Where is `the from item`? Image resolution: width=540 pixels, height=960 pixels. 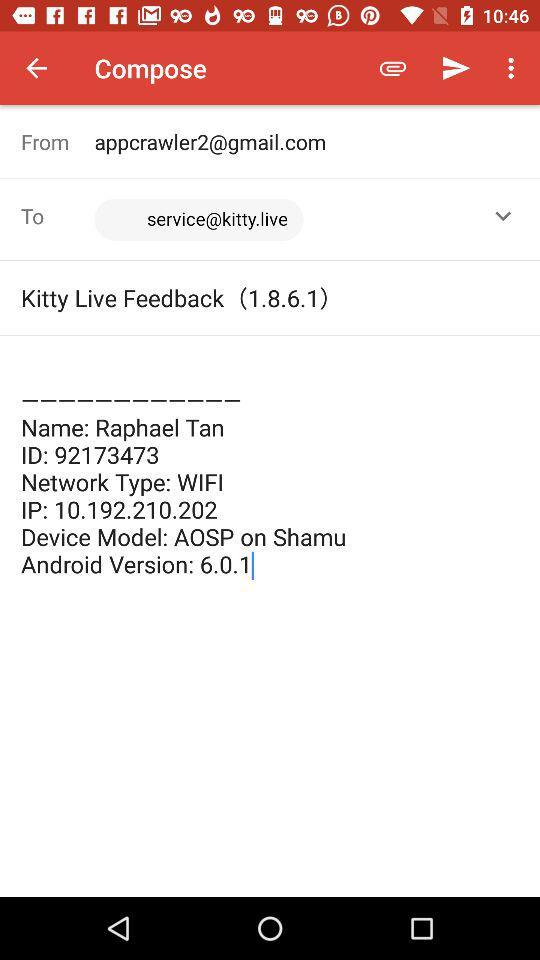
the from item is located at coordinates (57, 140).